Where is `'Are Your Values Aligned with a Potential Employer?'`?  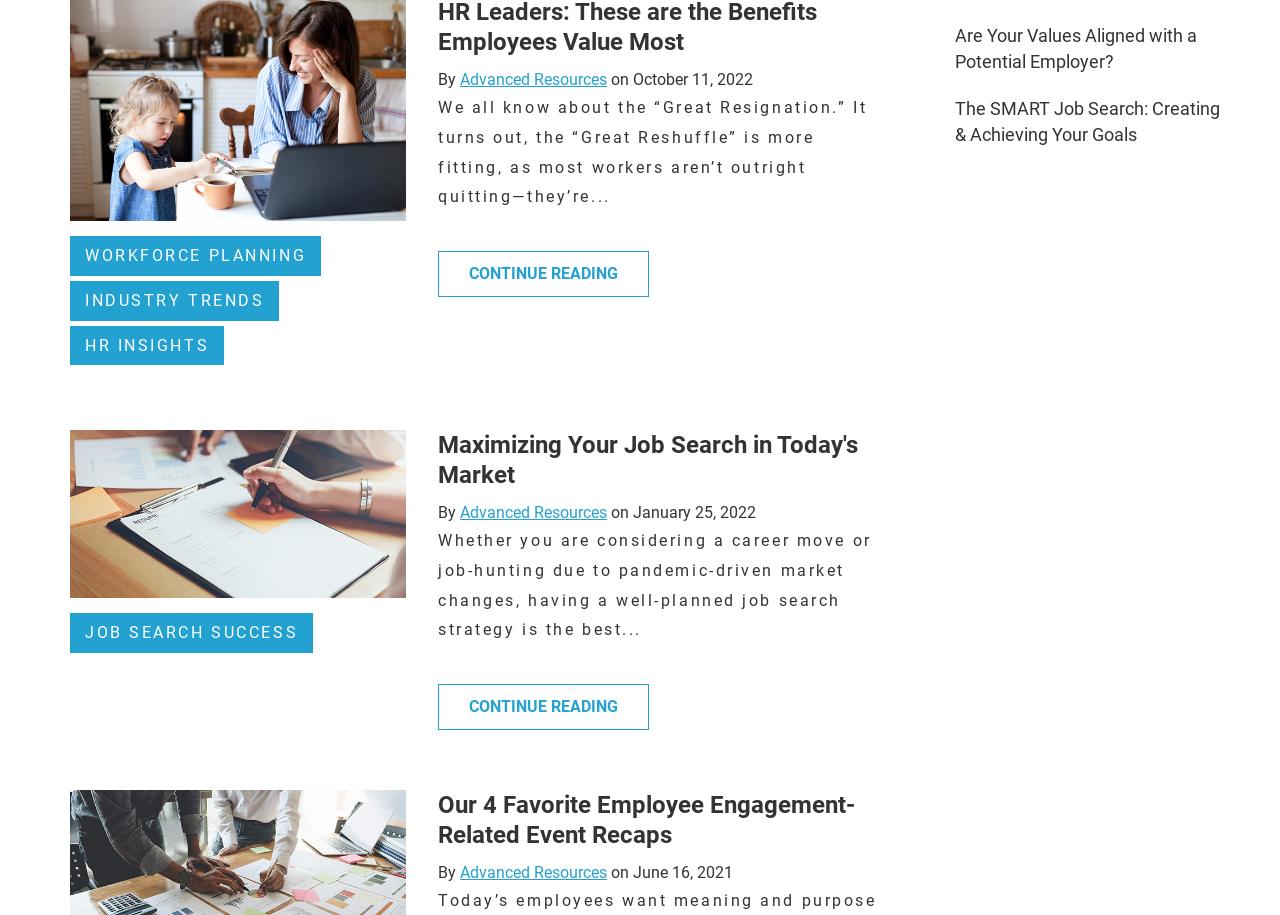
'Are Your Values Aligned with a Potential Employer?' is located at coordinates (1073, 48).